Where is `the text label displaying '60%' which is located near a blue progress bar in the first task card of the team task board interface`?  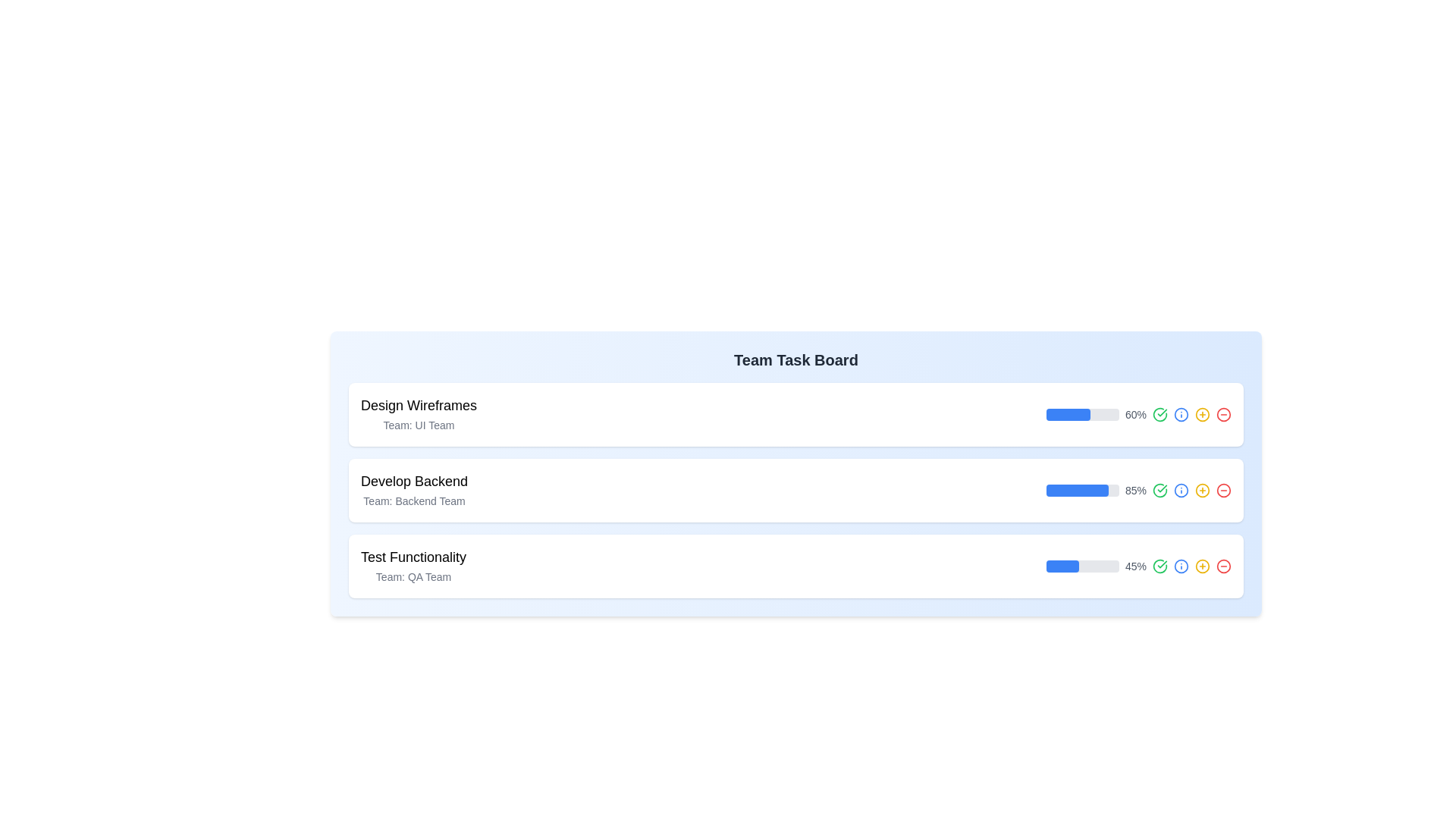
the text label displaying '60%' which is located near a blue progress bar in the first task card of the team task board interface is located at coordinates (1135, 415).